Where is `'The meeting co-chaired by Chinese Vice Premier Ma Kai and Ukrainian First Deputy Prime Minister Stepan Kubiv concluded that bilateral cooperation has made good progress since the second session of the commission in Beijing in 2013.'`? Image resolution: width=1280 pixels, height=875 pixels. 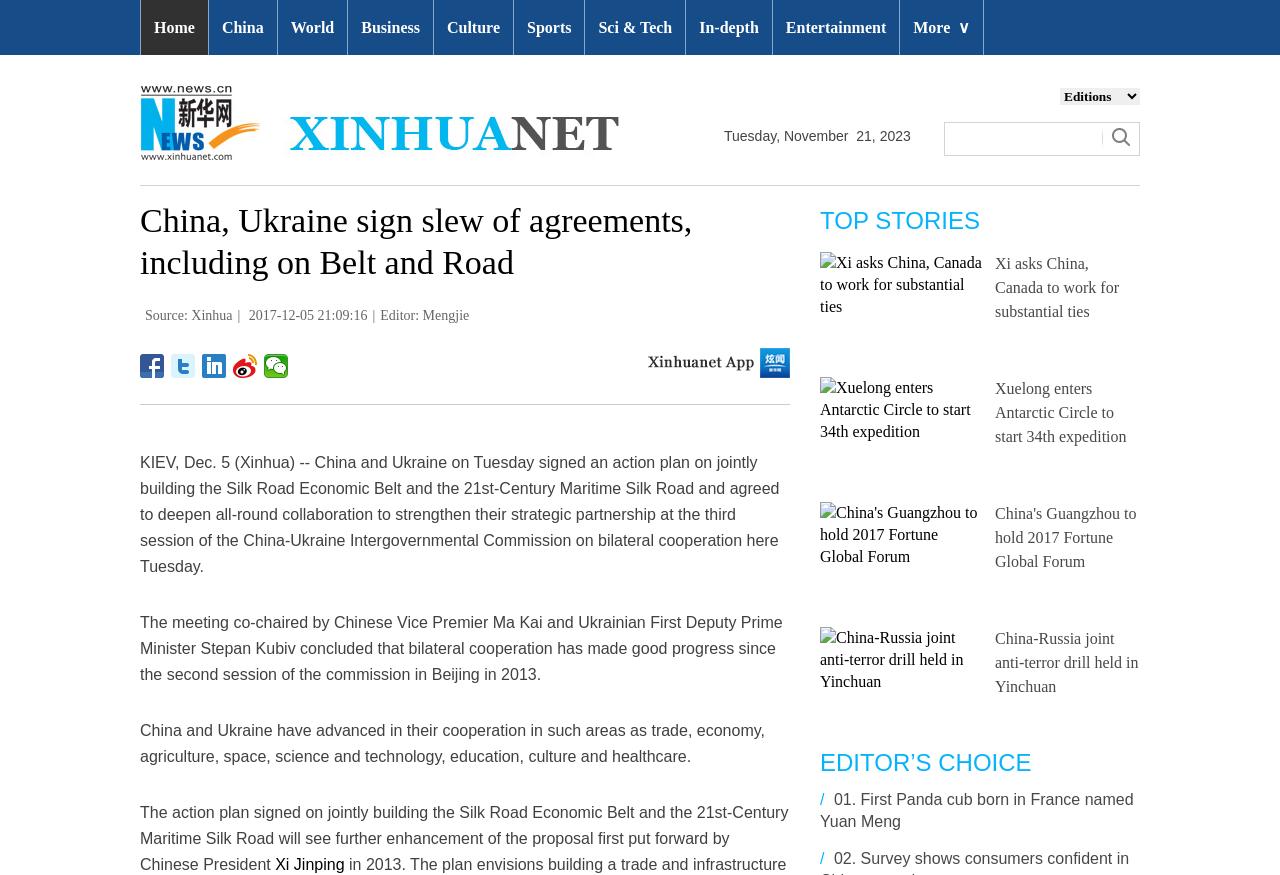 'The meeting co-chaired by Chinese Vice Premier Ma Kai and Ukrainian First Deputy Prime Minister Stepan Kubiv concluded that bilateral cooperation has made good progress since the second session of the commission in Beijing in 2013.' is located at coordinates (460, 647).